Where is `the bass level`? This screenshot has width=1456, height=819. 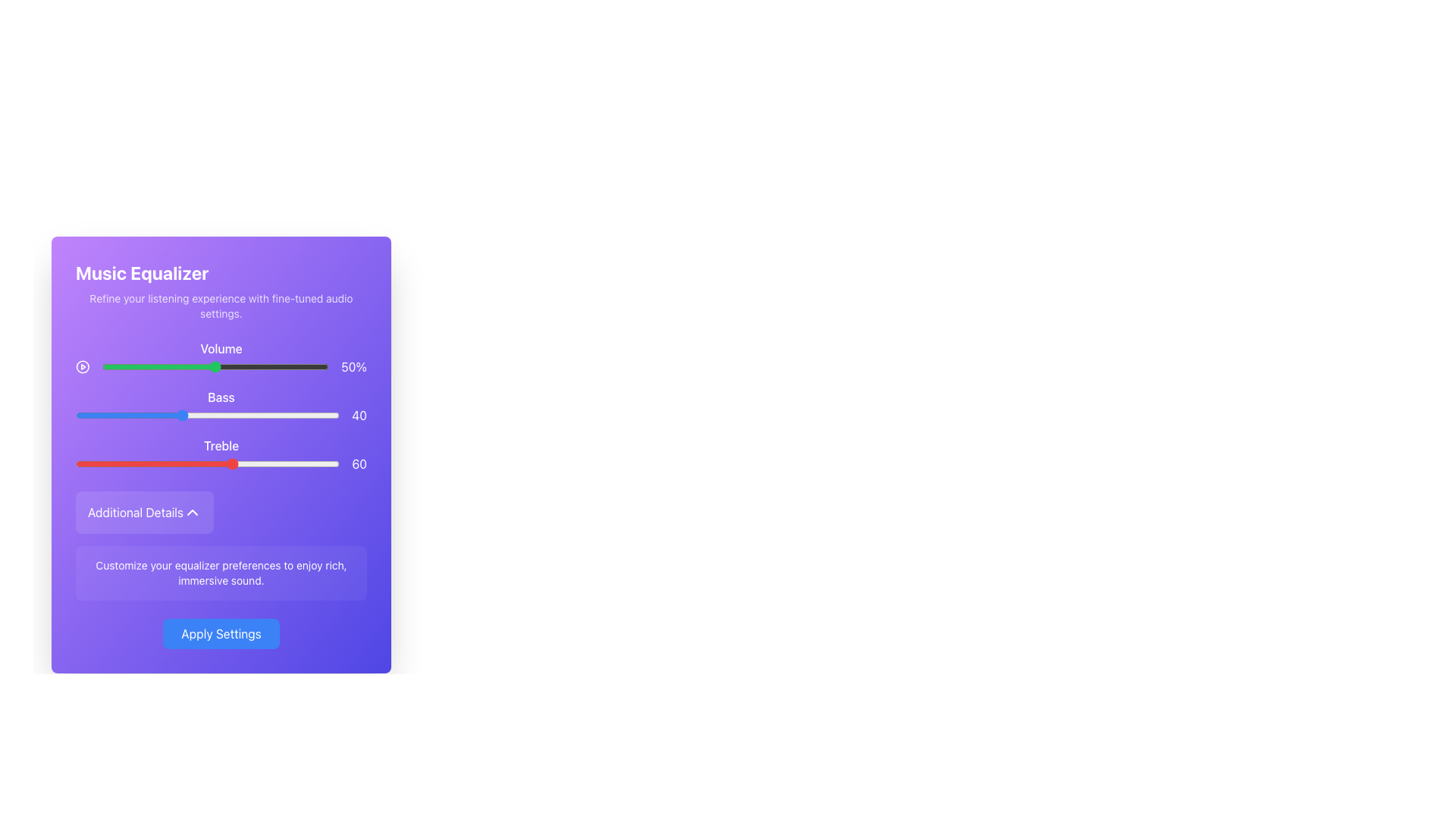
the bass level is located at coordinates (83, 415).